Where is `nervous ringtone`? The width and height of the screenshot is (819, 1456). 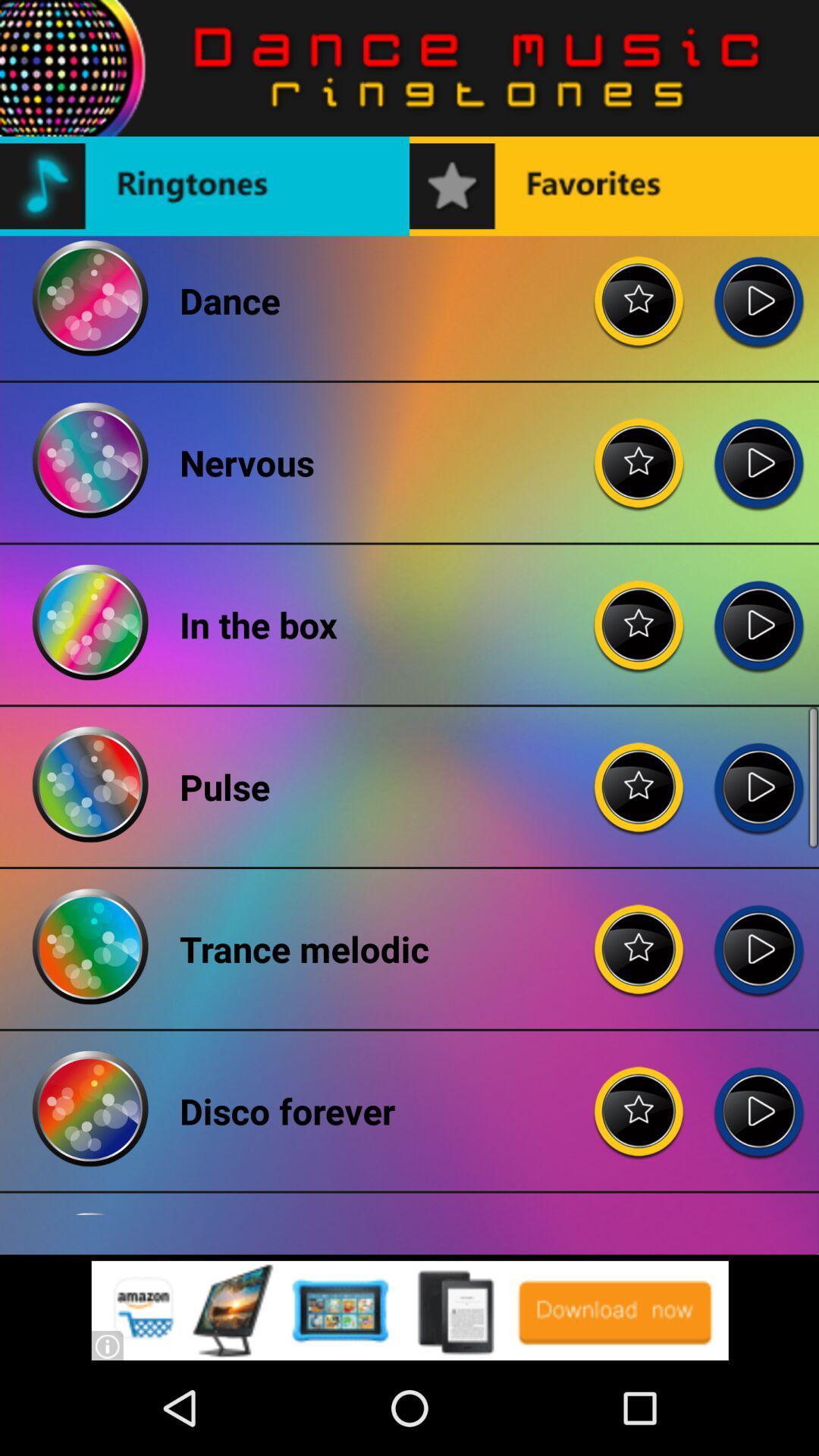 nervous ringtone is located at coordinates (758, 450).